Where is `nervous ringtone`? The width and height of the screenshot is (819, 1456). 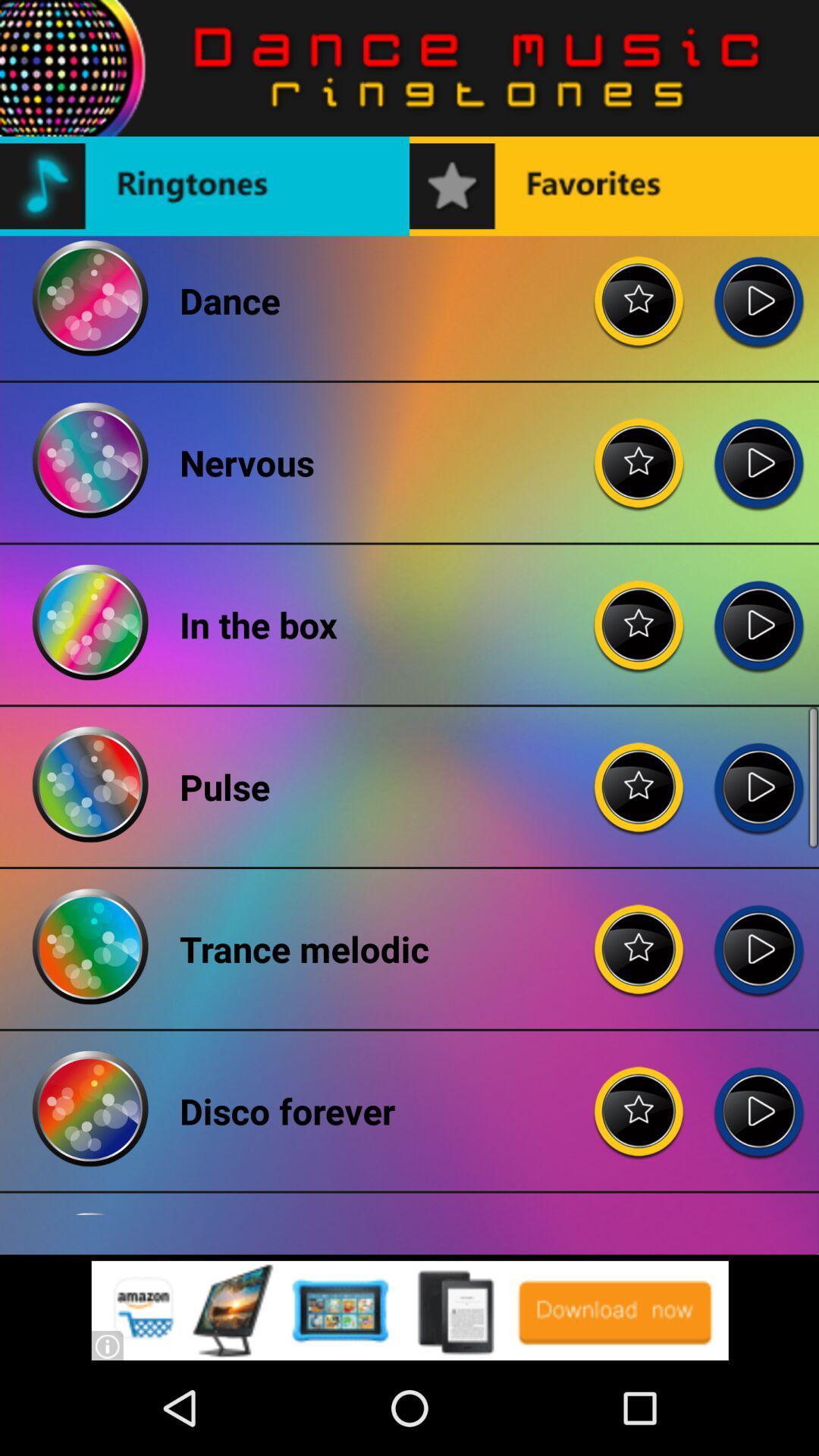 nervous ringtone is located at coordinates (758, 450).